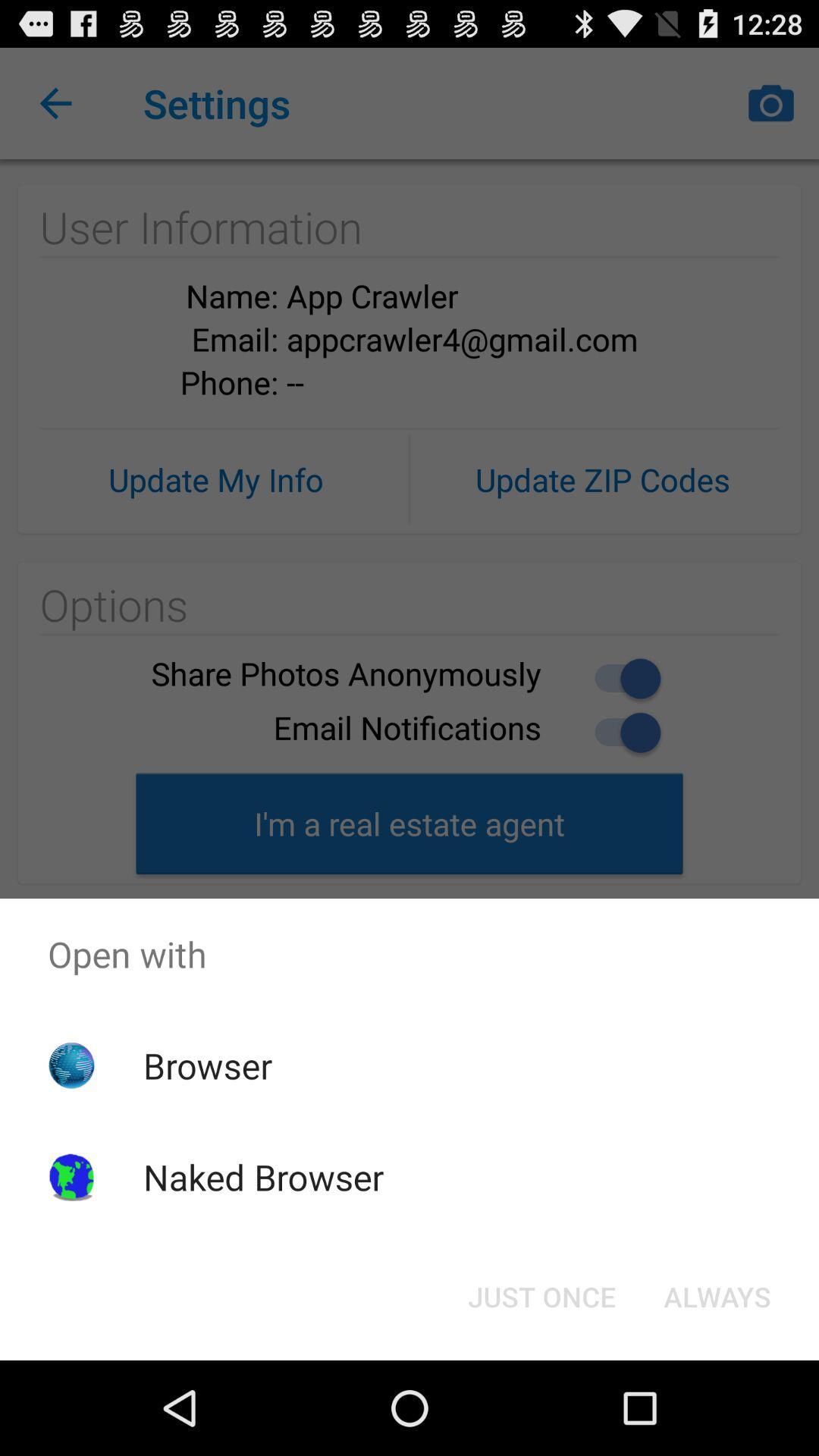 This screenshot has height=1456, width=819. Describe the element at coordinates (262, 1176) in the screenshot. I see `the naked browser item` at that location.